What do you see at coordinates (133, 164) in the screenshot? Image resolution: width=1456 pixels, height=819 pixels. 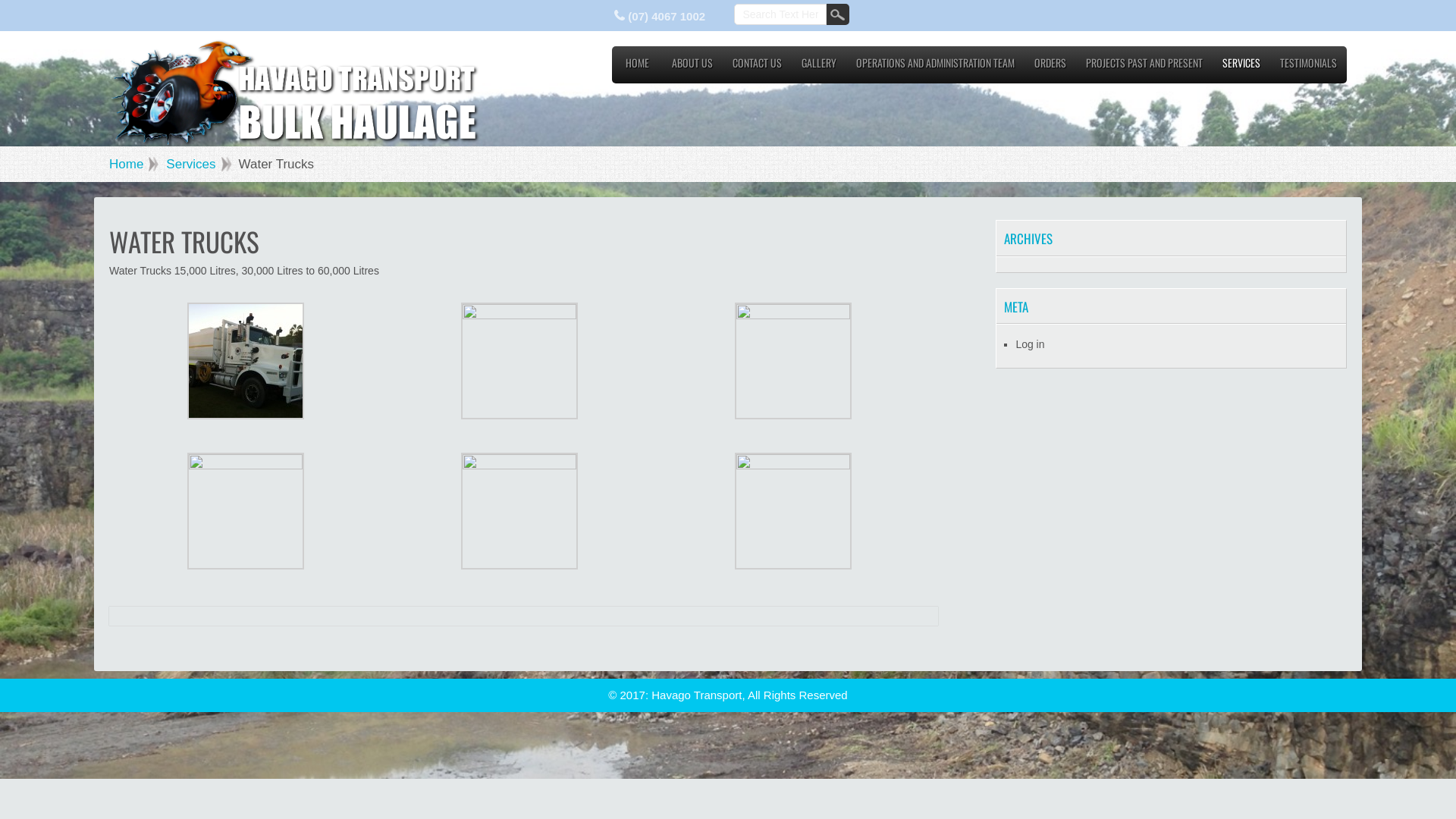 I see `'Home'` at bounding box center [133, 164].